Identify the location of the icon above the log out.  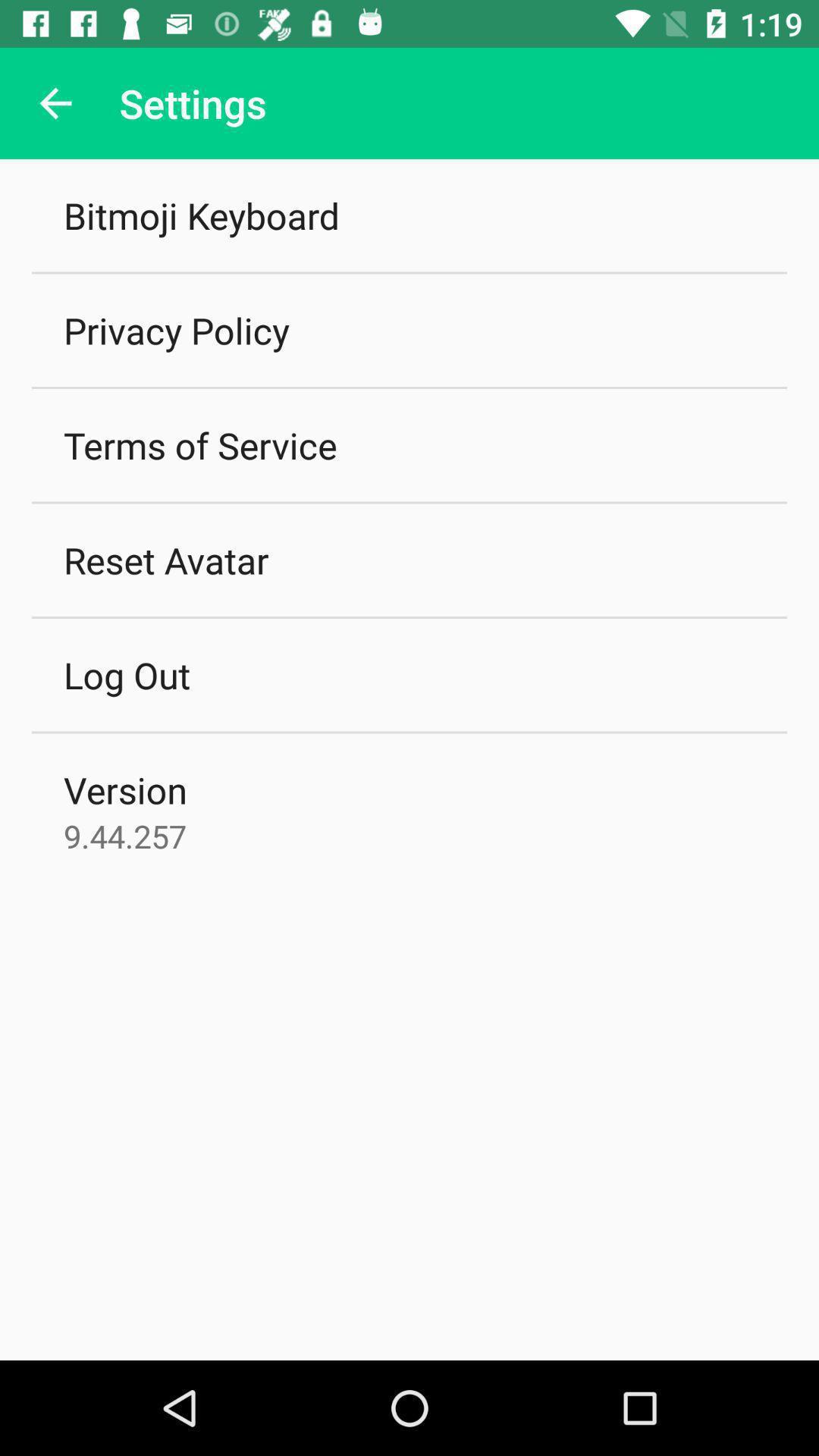
(166, 559).